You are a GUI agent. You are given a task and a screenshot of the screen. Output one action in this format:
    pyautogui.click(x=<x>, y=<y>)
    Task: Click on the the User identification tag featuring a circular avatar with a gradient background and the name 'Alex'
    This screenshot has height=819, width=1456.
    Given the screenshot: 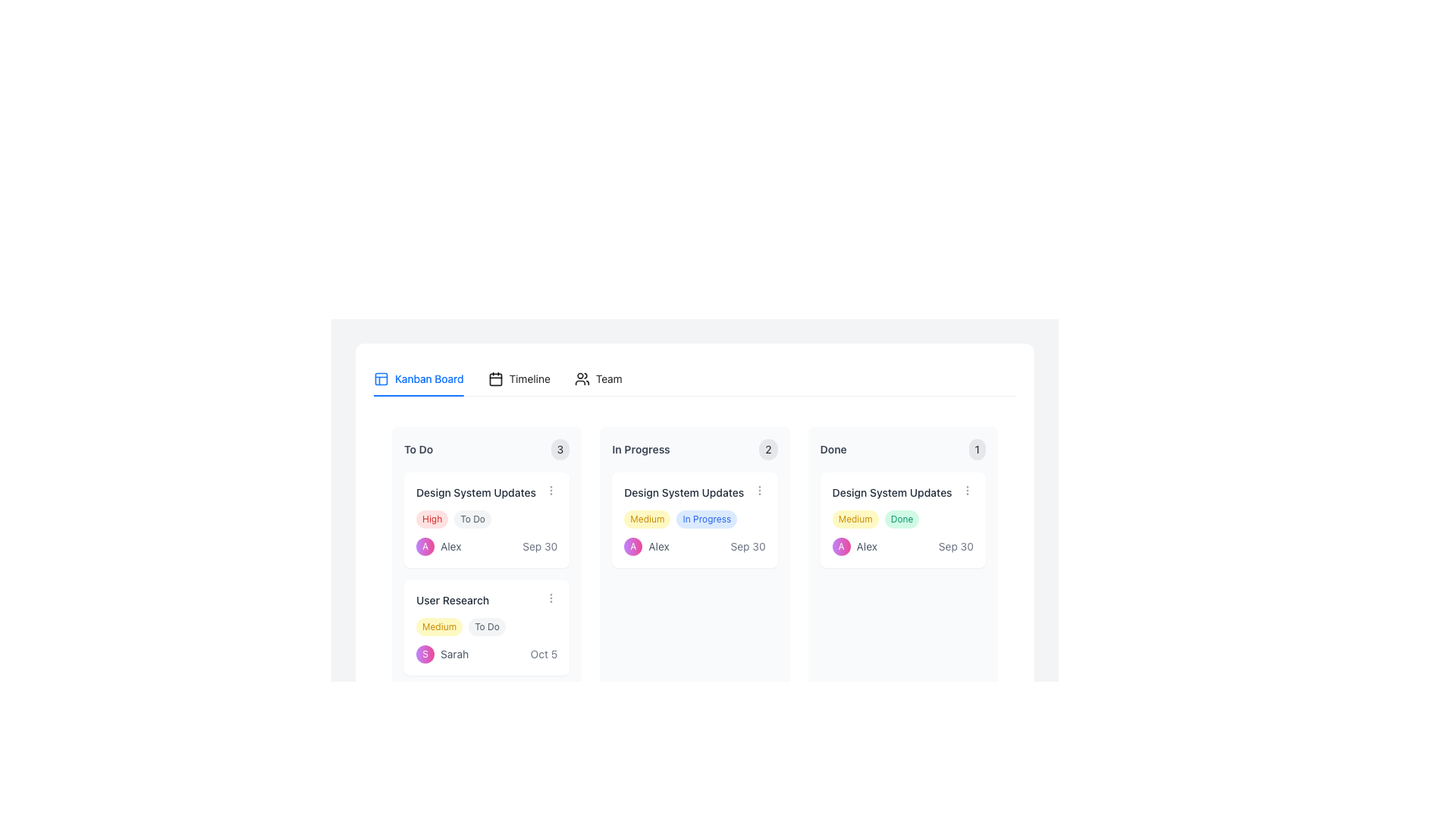 What is the action you would take?
    pyautogui.click(x=438, y=547)
    